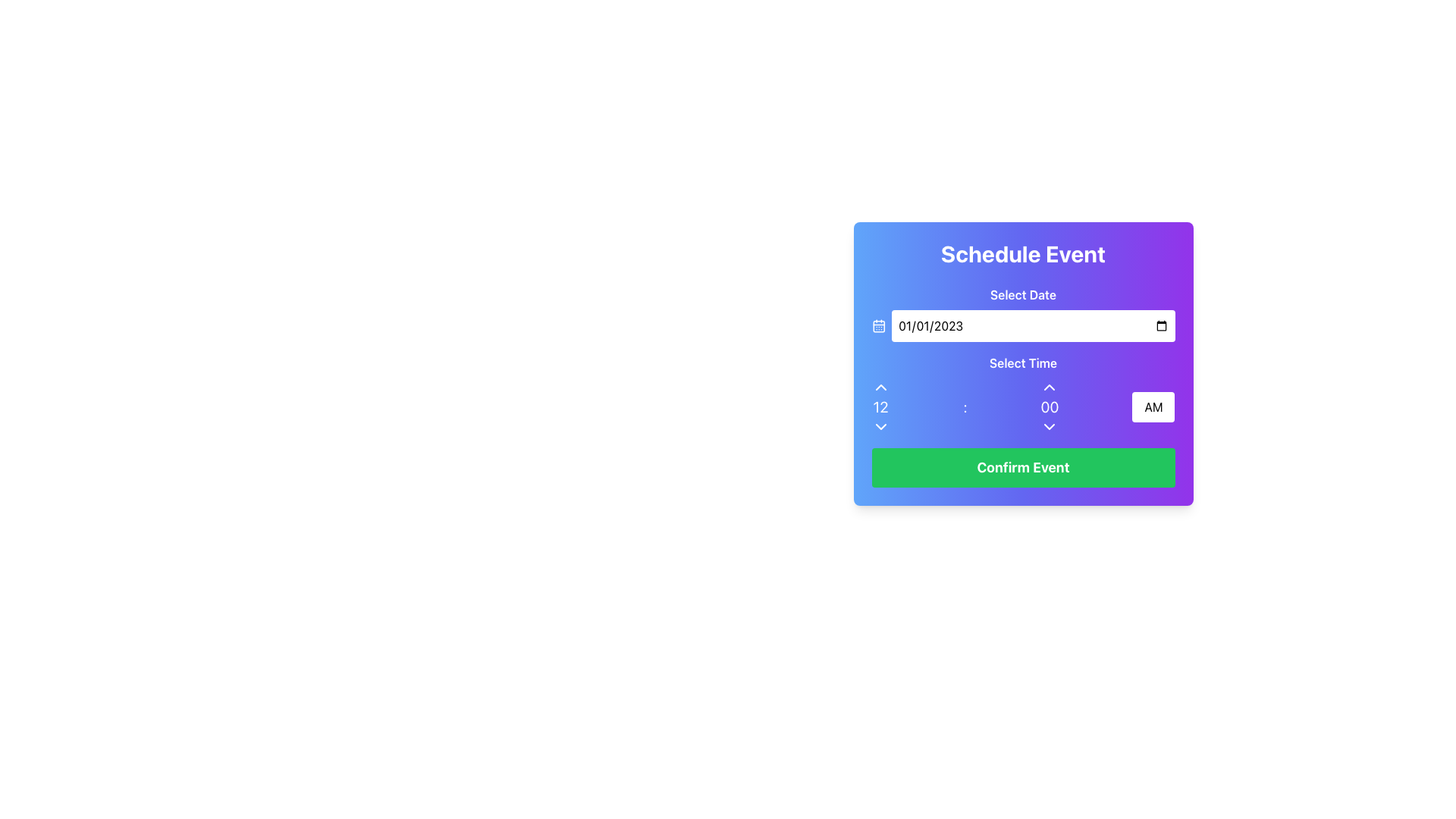  What do you see at coordinates (1023, 467) in the screenshot?
I see `the 'Confirm Event' button, which is a prominent green rectangular button with rounded corners located below the 'Select Time' section in the interface` at bounding box center [1023, 467].